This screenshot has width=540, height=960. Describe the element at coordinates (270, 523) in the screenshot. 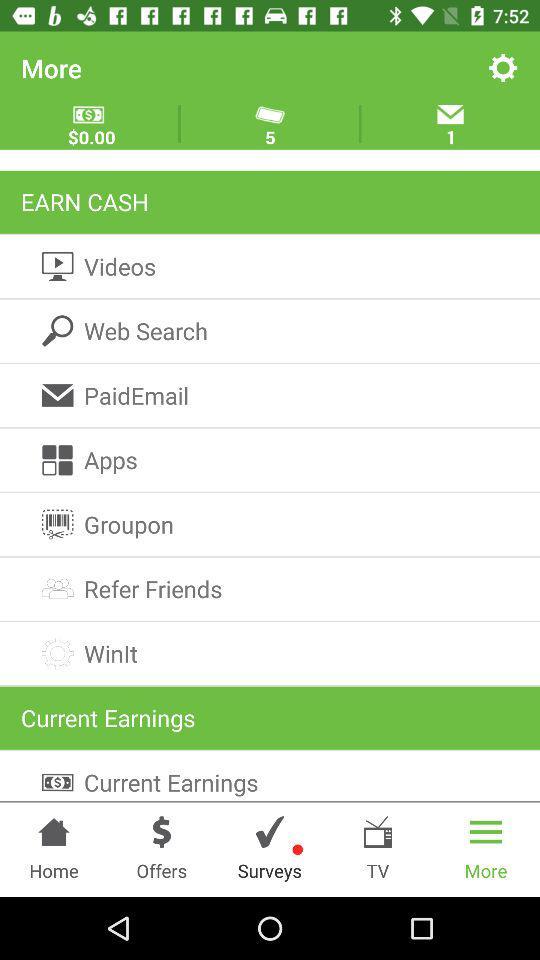

I see `the item below the apps icon` at that location.